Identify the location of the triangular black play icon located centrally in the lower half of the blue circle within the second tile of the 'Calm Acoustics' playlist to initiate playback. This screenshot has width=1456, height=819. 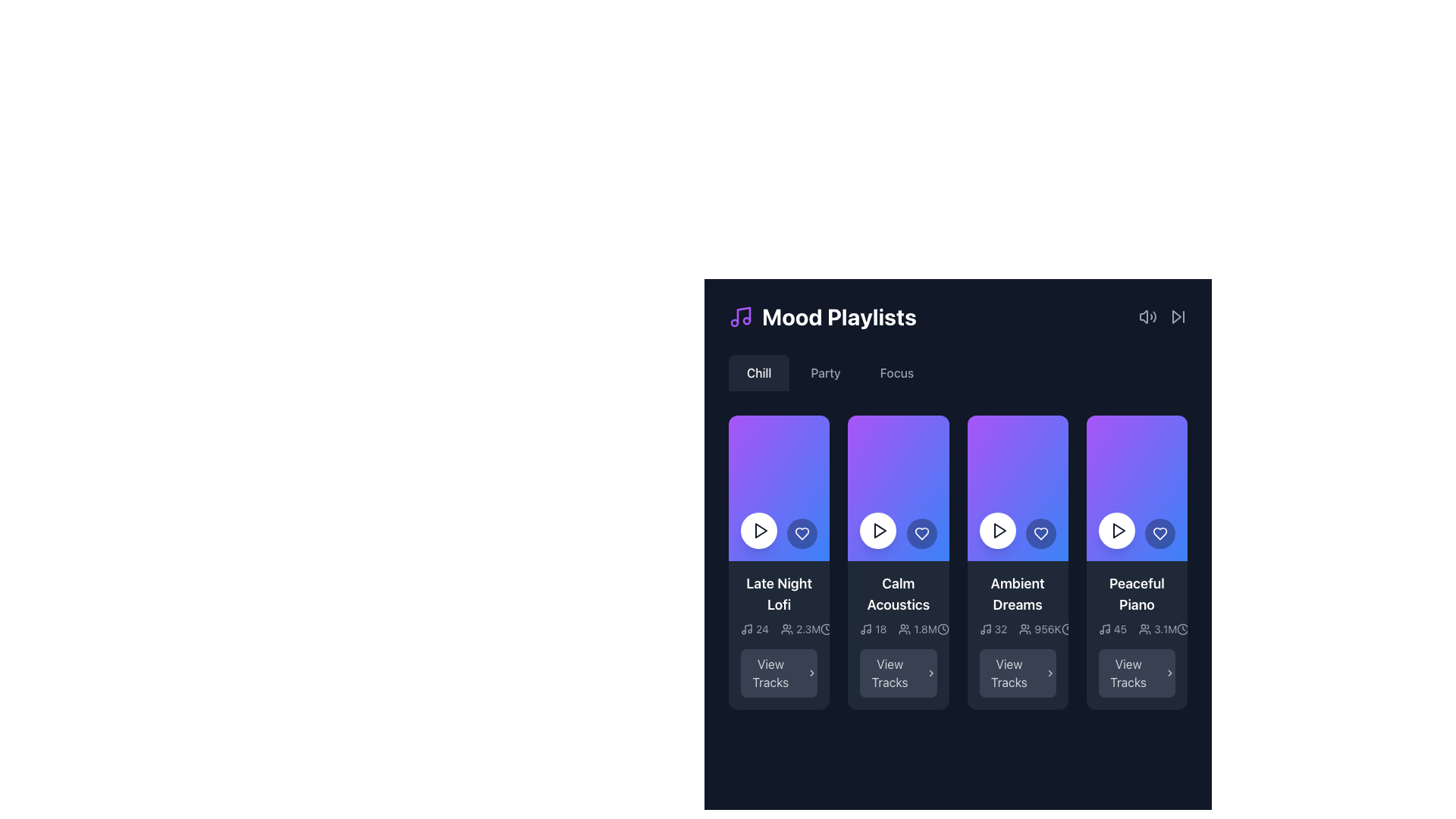
(880, 529).